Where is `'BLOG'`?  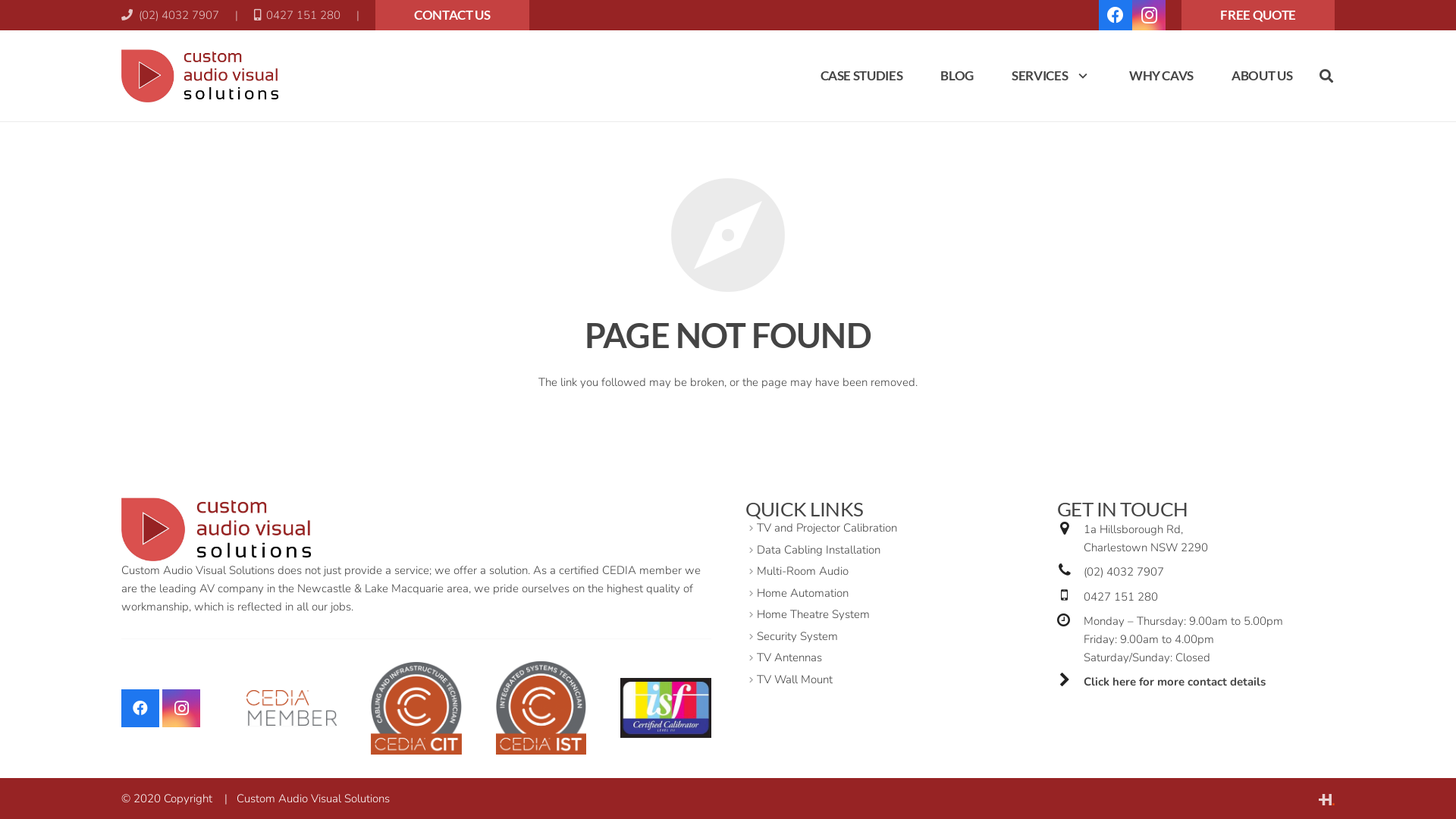
'BLOG' is located at coordinates (956, 76).